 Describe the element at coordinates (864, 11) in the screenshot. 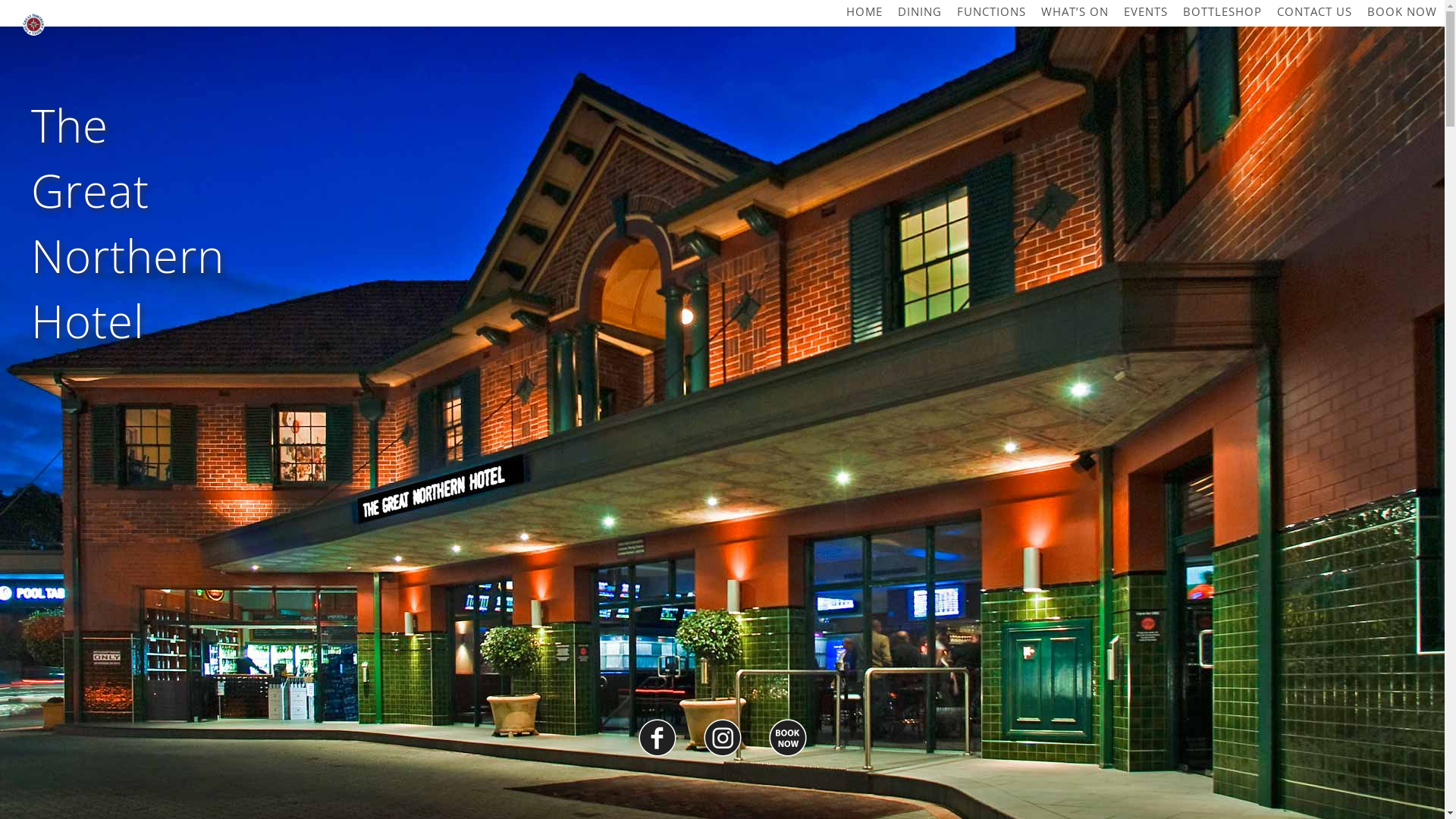

I see `'HOME'` at that location.